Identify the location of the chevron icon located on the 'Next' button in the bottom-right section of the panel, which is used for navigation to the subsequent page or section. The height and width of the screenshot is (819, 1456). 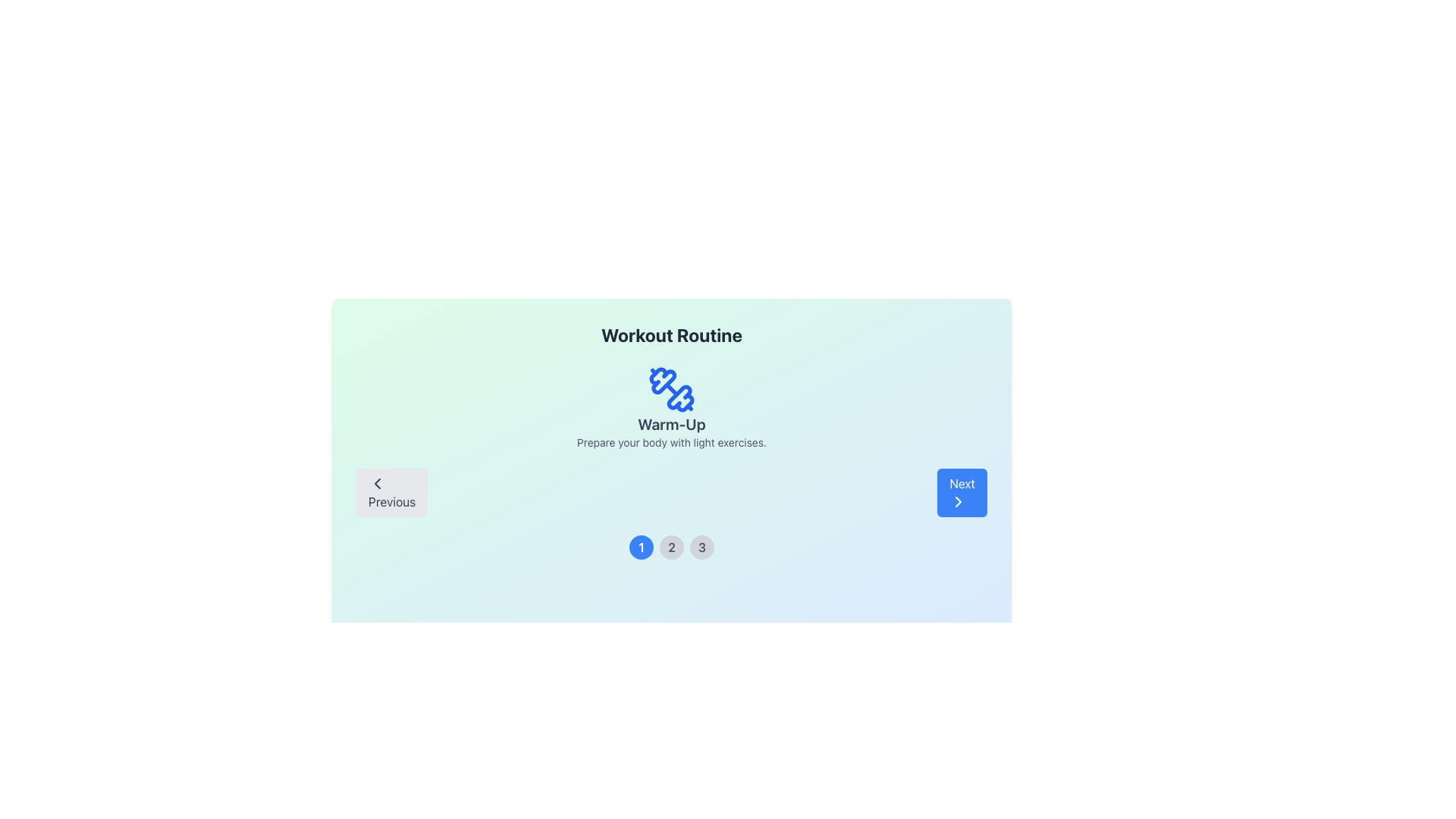
(958, 502).